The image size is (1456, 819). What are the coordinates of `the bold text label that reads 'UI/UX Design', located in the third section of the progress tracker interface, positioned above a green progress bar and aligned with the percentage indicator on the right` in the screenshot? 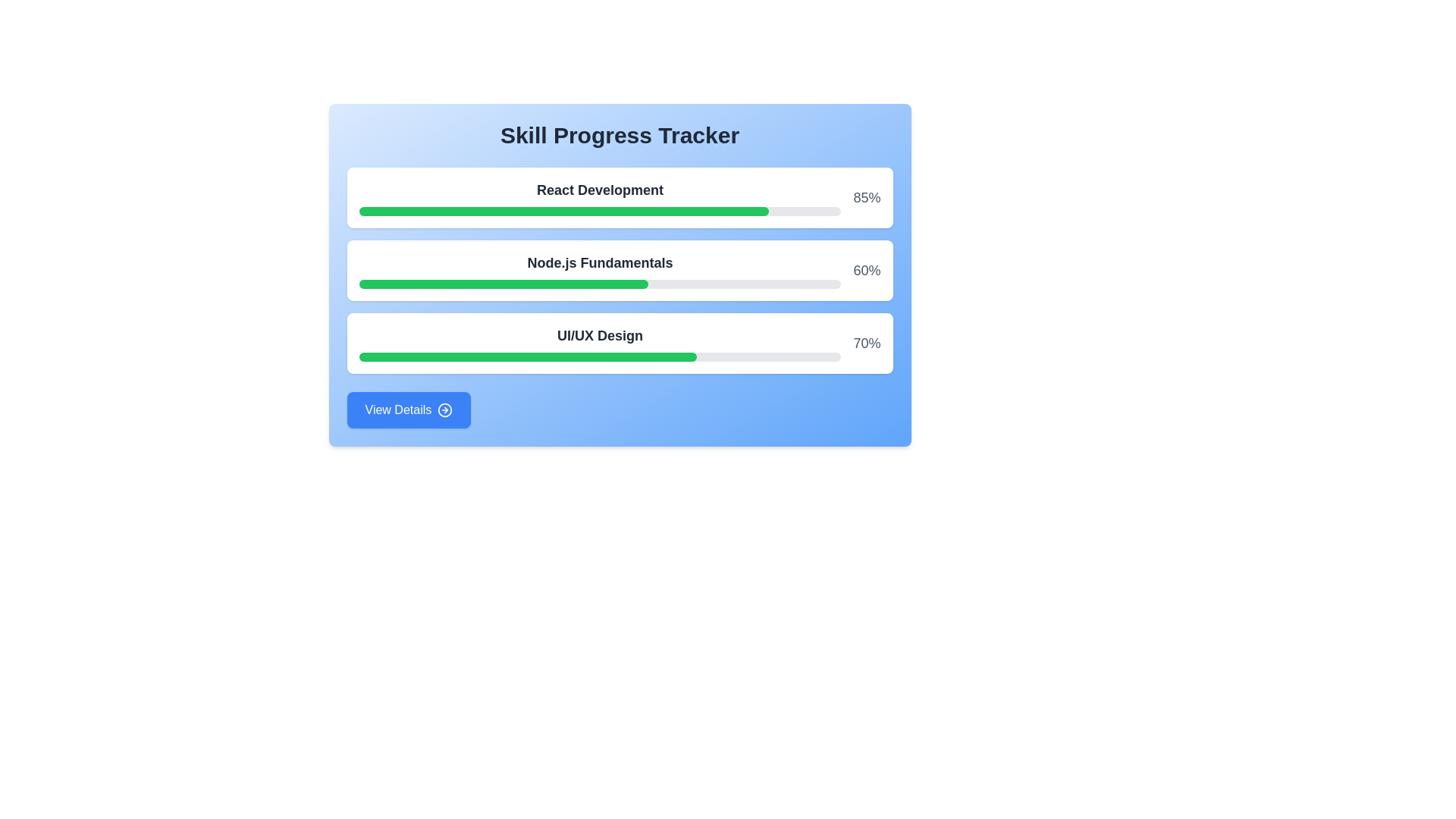 It's located at (599, 335).